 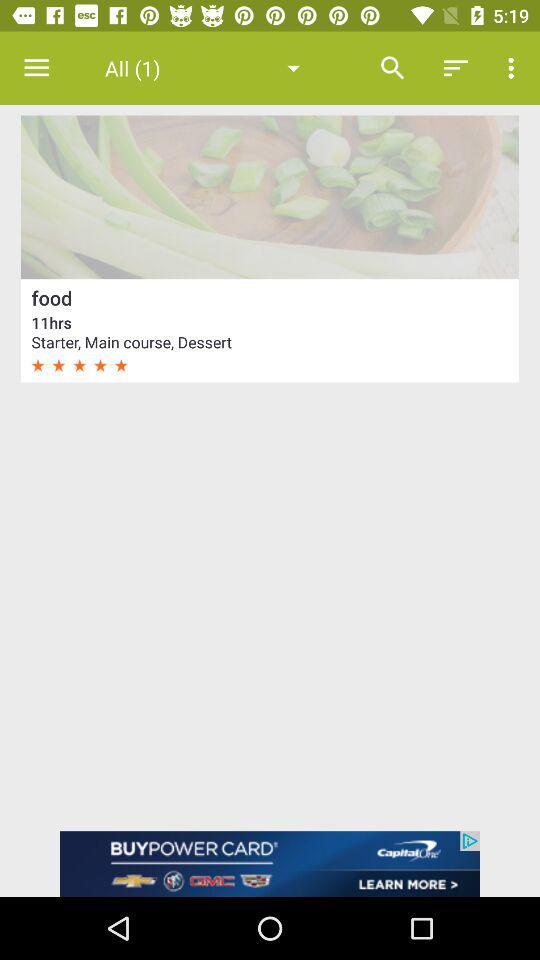 What do you see at coordinates (270, 863) in the screenshot?
I see `open an advertised app` at bounding box center [270, 863].